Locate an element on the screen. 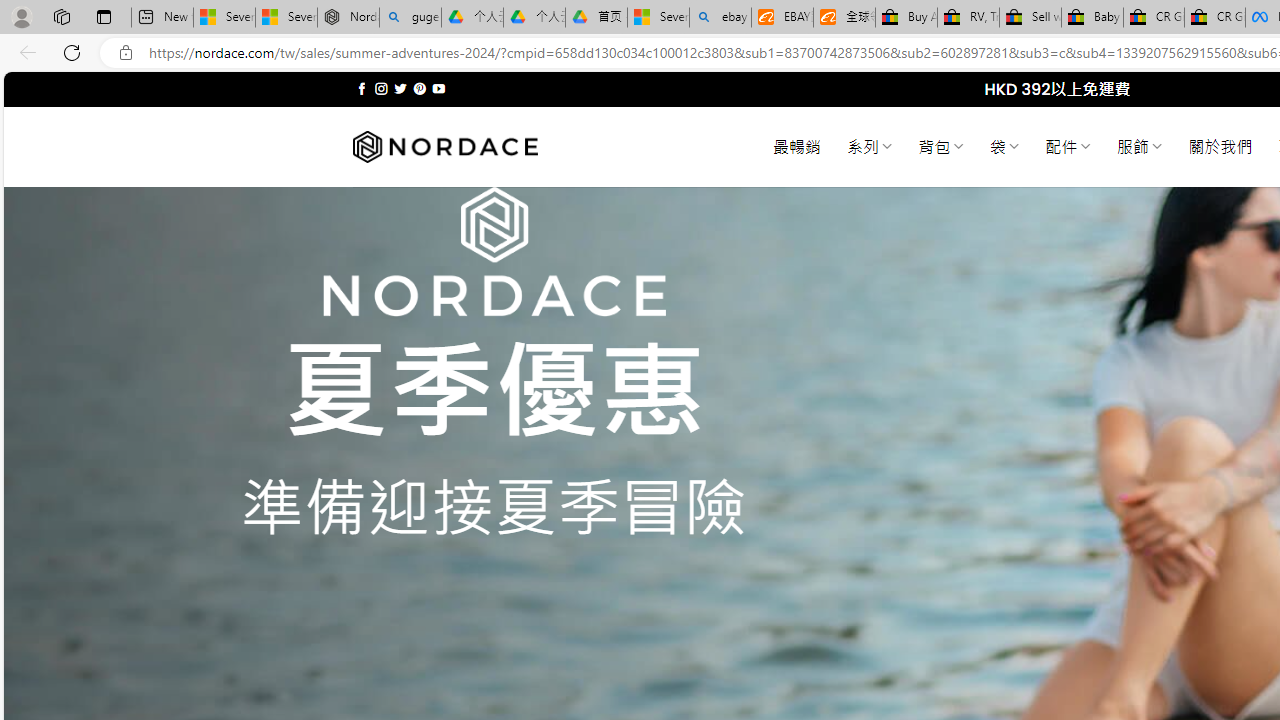  'Follow on YouTube' is located at coordinates (438, 88).